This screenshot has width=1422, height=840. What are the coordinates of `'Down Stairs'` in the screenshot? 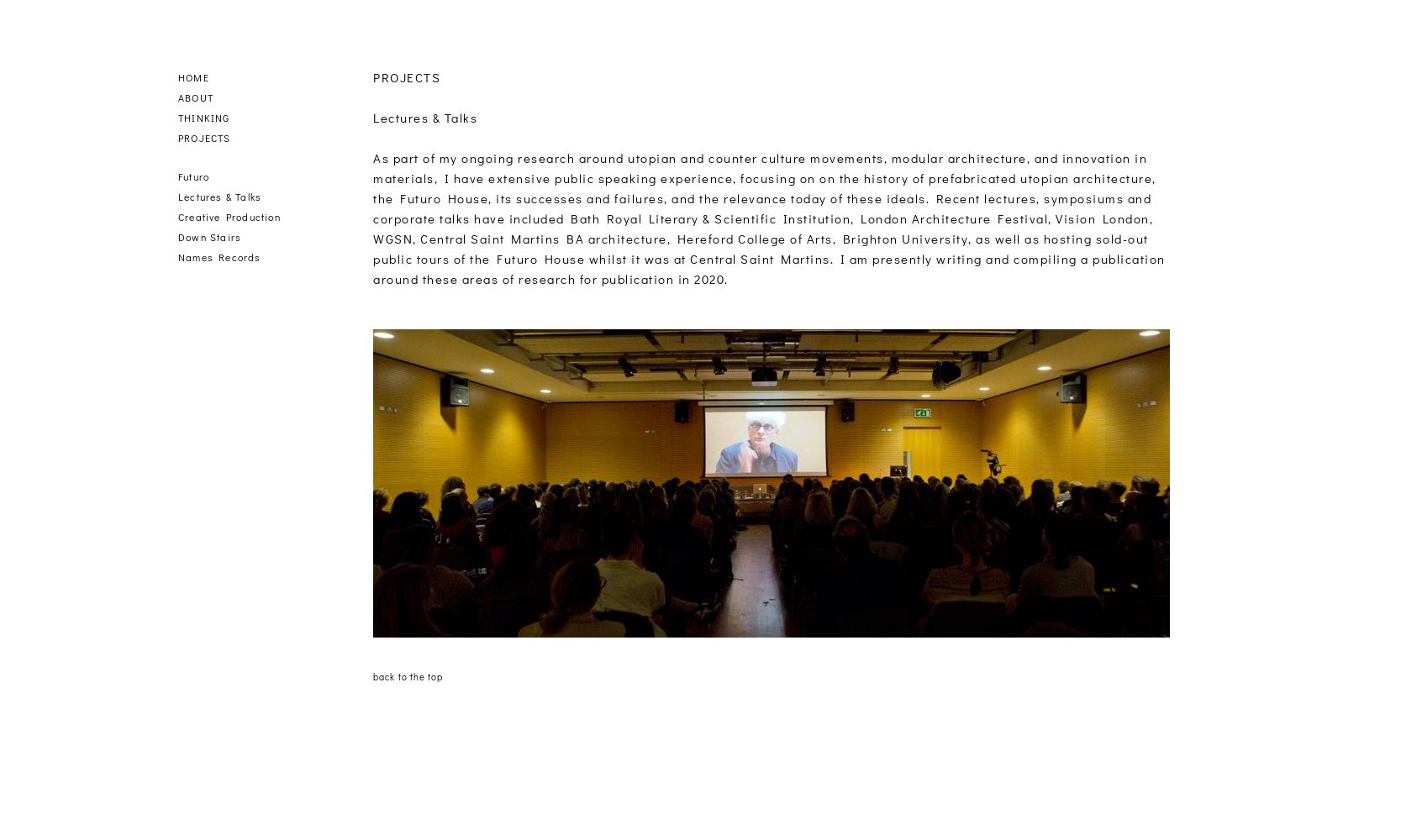 It's located at (209, 237).